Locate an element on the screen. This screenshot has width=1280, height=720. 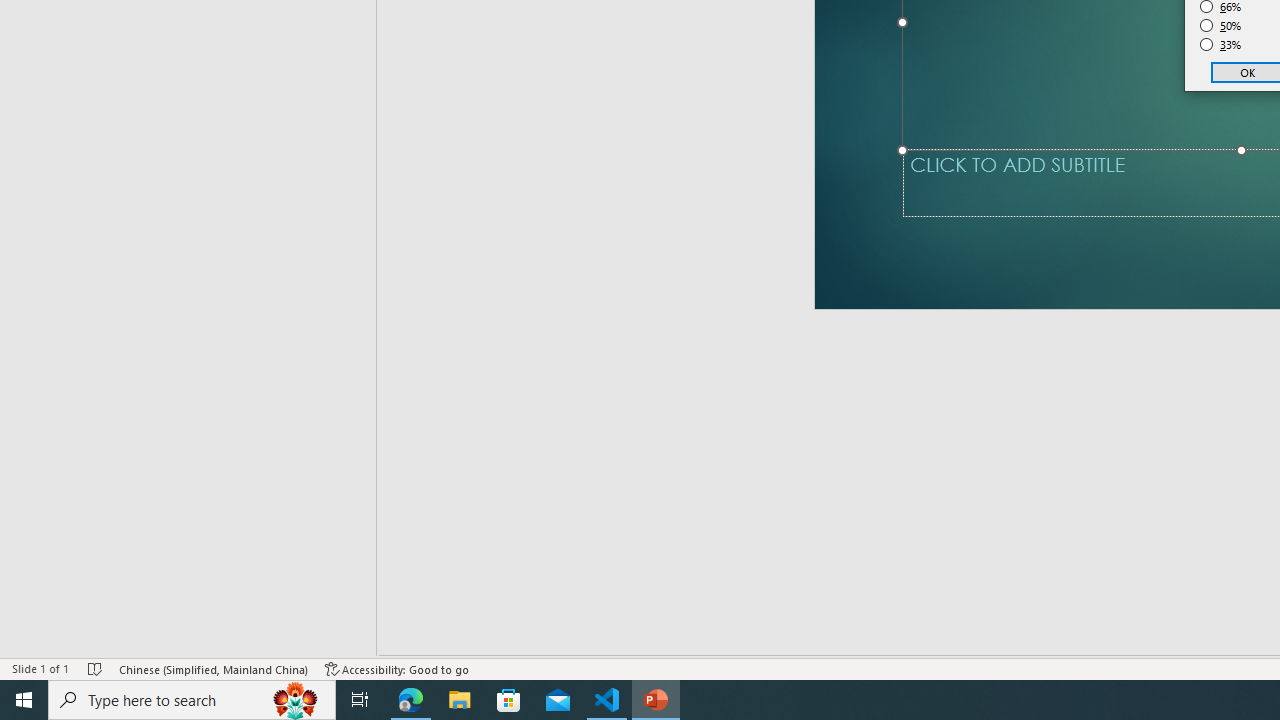
'Search highlights icon opens search home window' is located at coordinates (294, 698).